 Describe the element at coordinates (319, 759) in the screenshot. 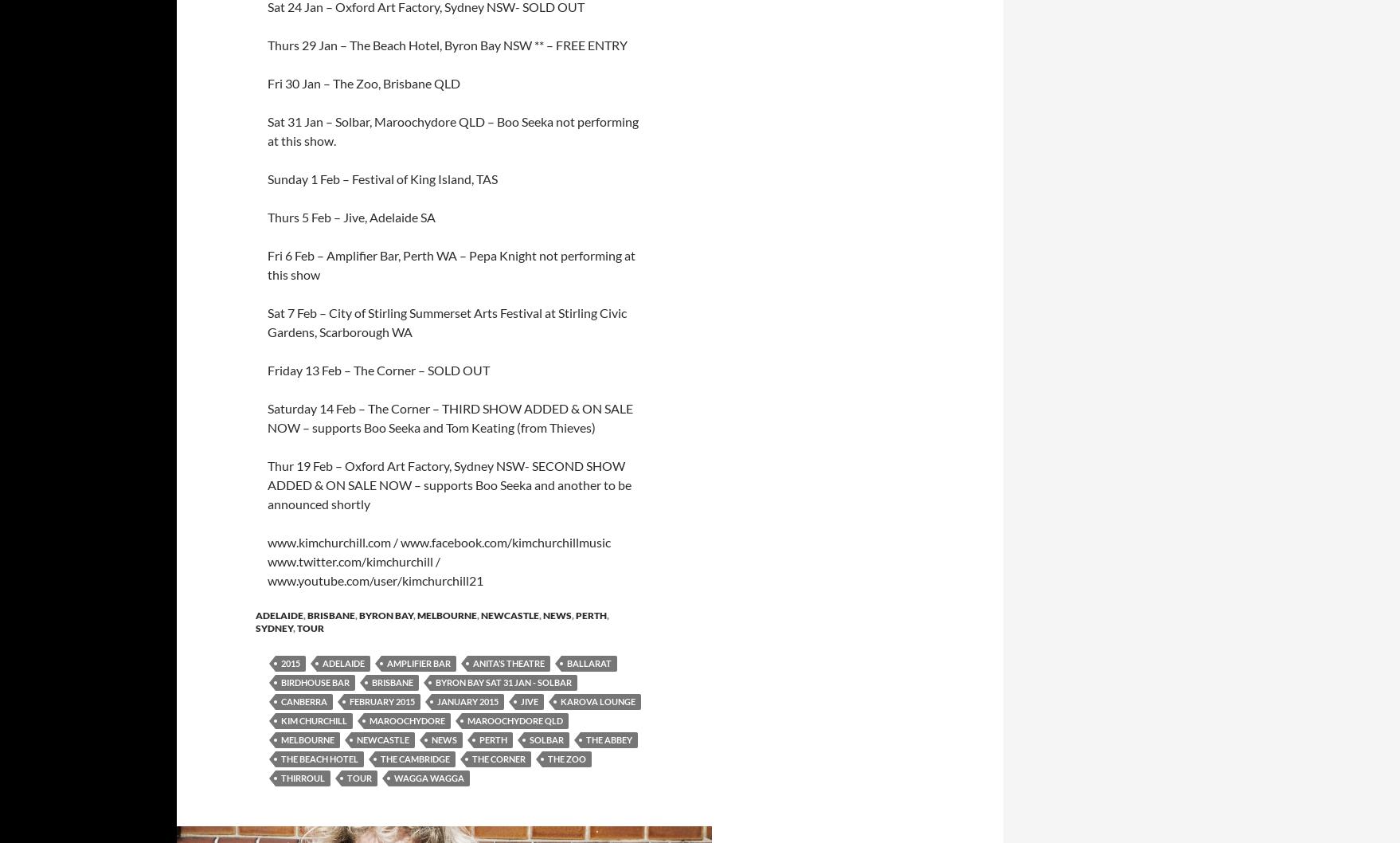

I see `'The Beach Hotel'` at that location.